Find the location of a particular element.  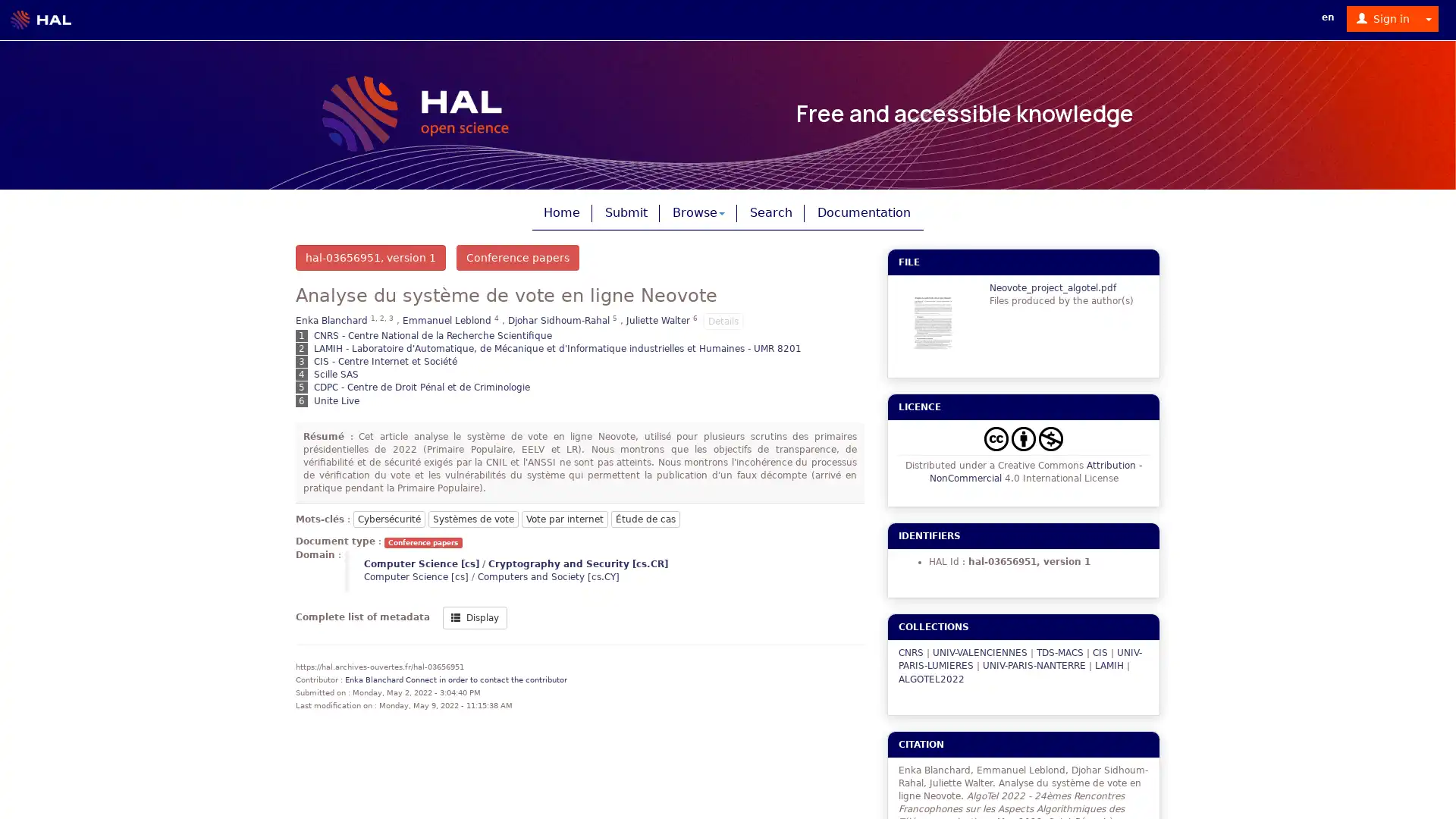

Display is located at coordinates (474, 617).